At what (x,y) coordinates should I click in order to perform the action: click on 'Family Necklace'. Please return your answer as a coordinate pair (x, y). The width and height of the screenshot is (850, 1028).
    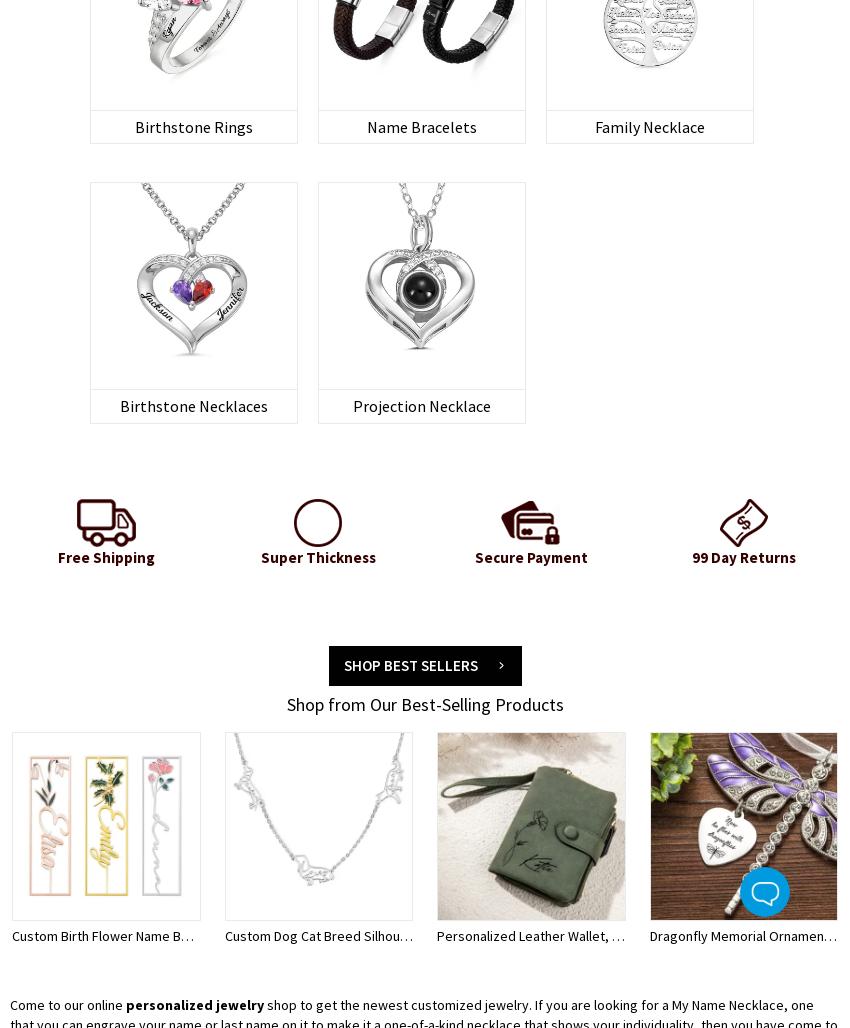
    Looking at the image, I should click on (648, 125).